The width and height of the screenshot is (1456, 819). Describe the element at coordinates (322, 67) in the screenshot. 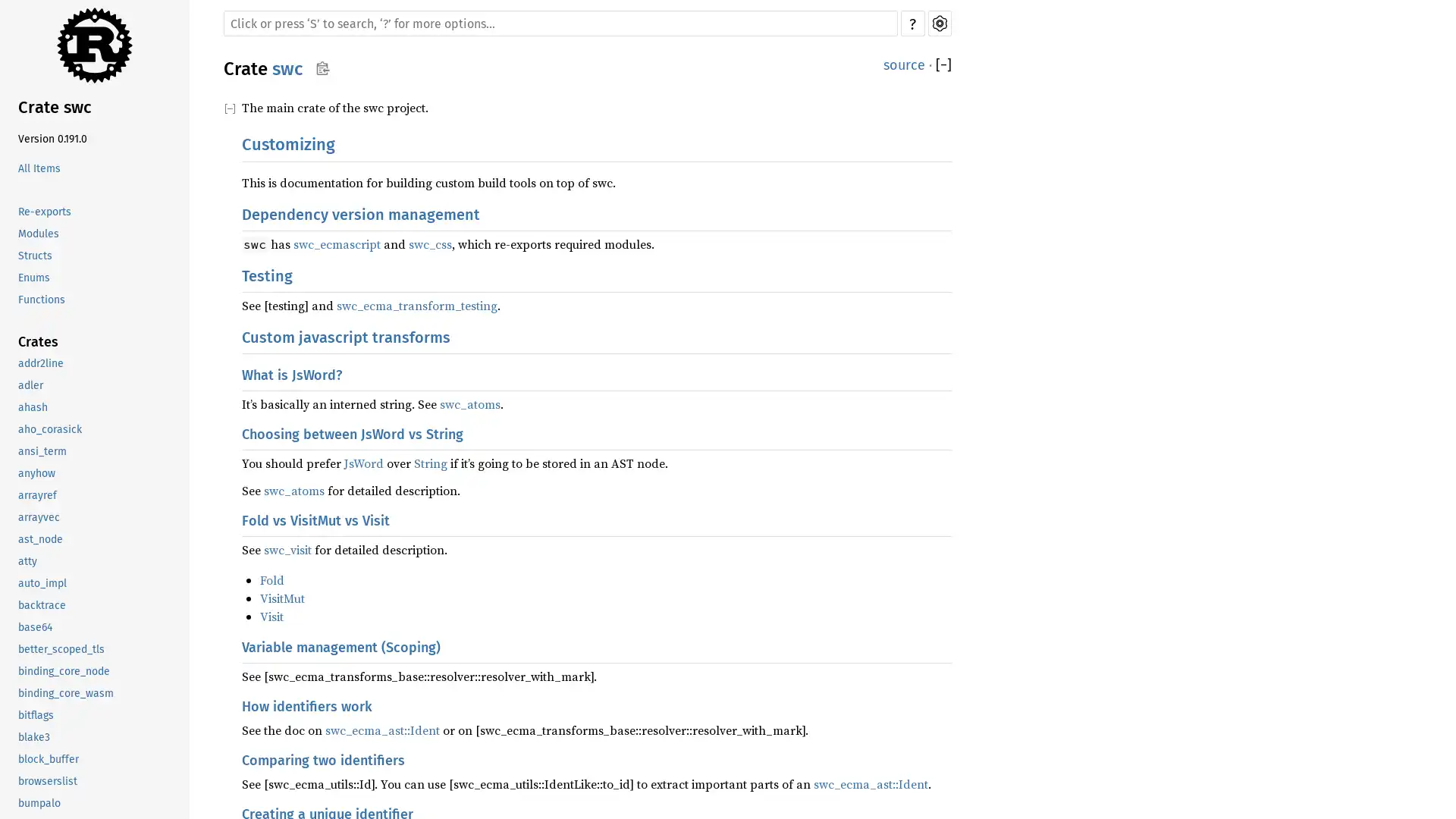

I see `Copy item path` at that location.